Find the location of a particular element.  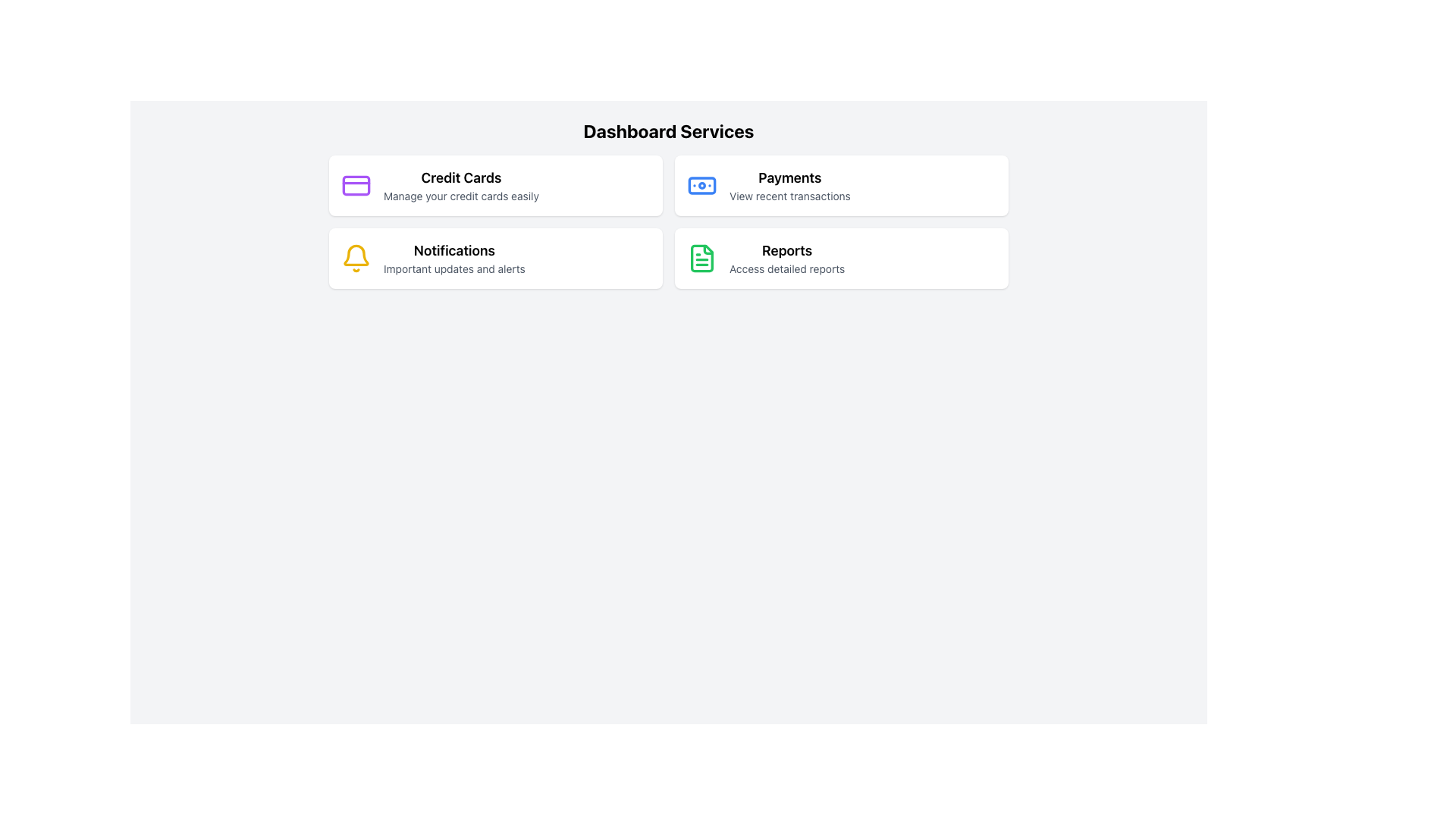

the 'Reports' icon located in the bottom-right card of the 'Dashboard Services' panel is located at coordinates (701, 257).